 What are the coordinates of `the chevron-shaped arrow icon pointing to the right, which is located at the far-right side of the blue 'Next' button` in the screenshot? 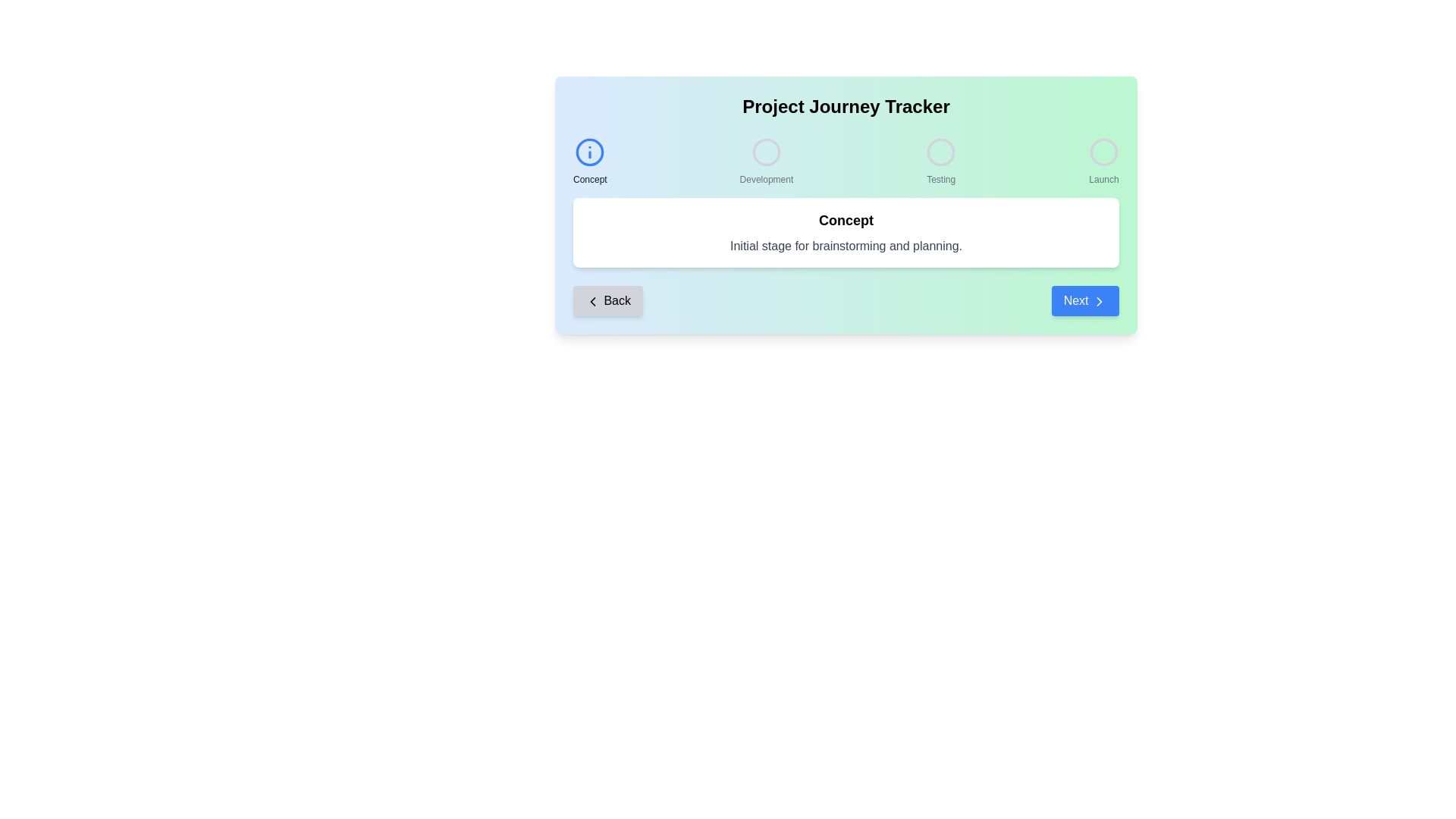 It's located at (1099, 301).